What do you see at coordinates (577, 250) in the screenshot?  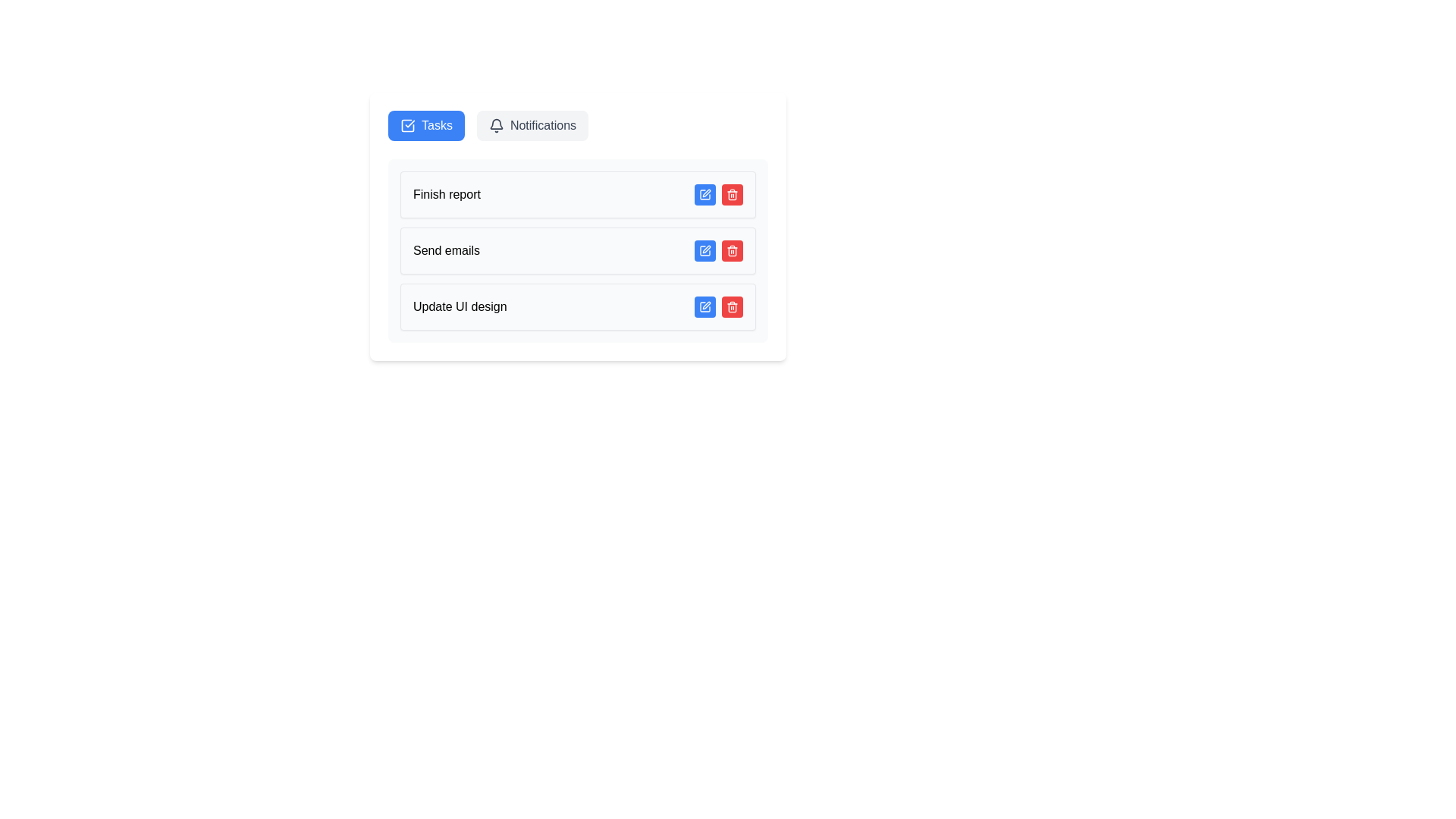 I see `the vertical list containing task entries 'Finish report', 'Send emails', and 'Update UI design'` at bounding box center [577, 250].